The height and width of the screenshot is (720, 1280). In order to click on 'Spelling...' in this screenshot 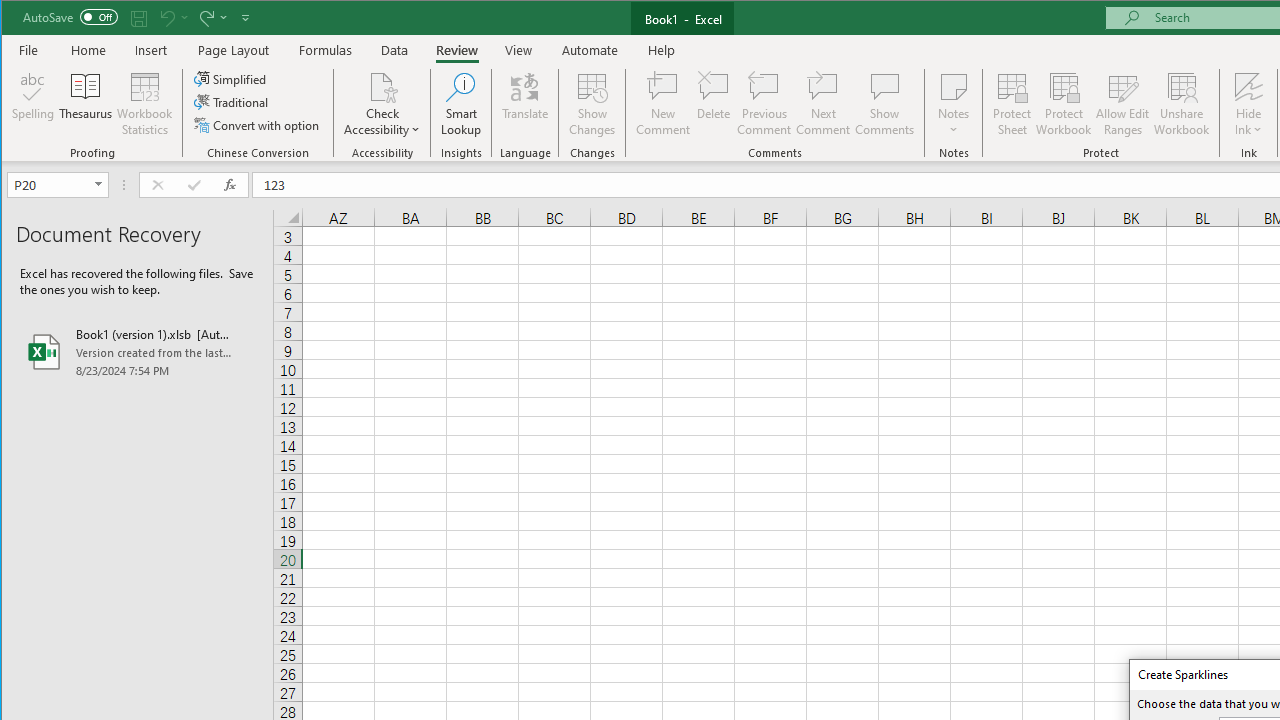, I will do `click(33, 104)`.